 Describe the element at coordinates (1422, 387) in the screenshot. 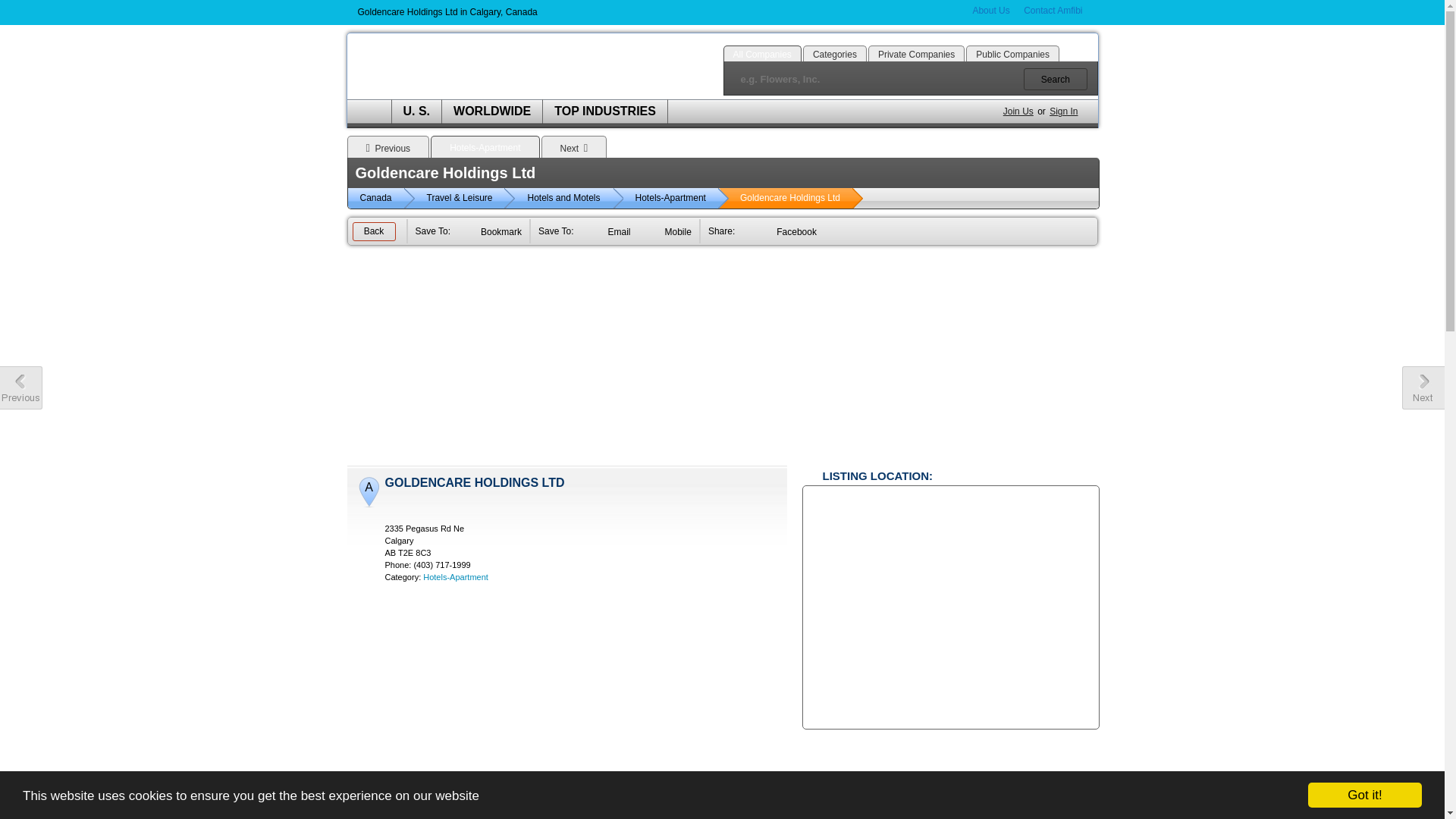

I see `'Next company profile'` at that location.